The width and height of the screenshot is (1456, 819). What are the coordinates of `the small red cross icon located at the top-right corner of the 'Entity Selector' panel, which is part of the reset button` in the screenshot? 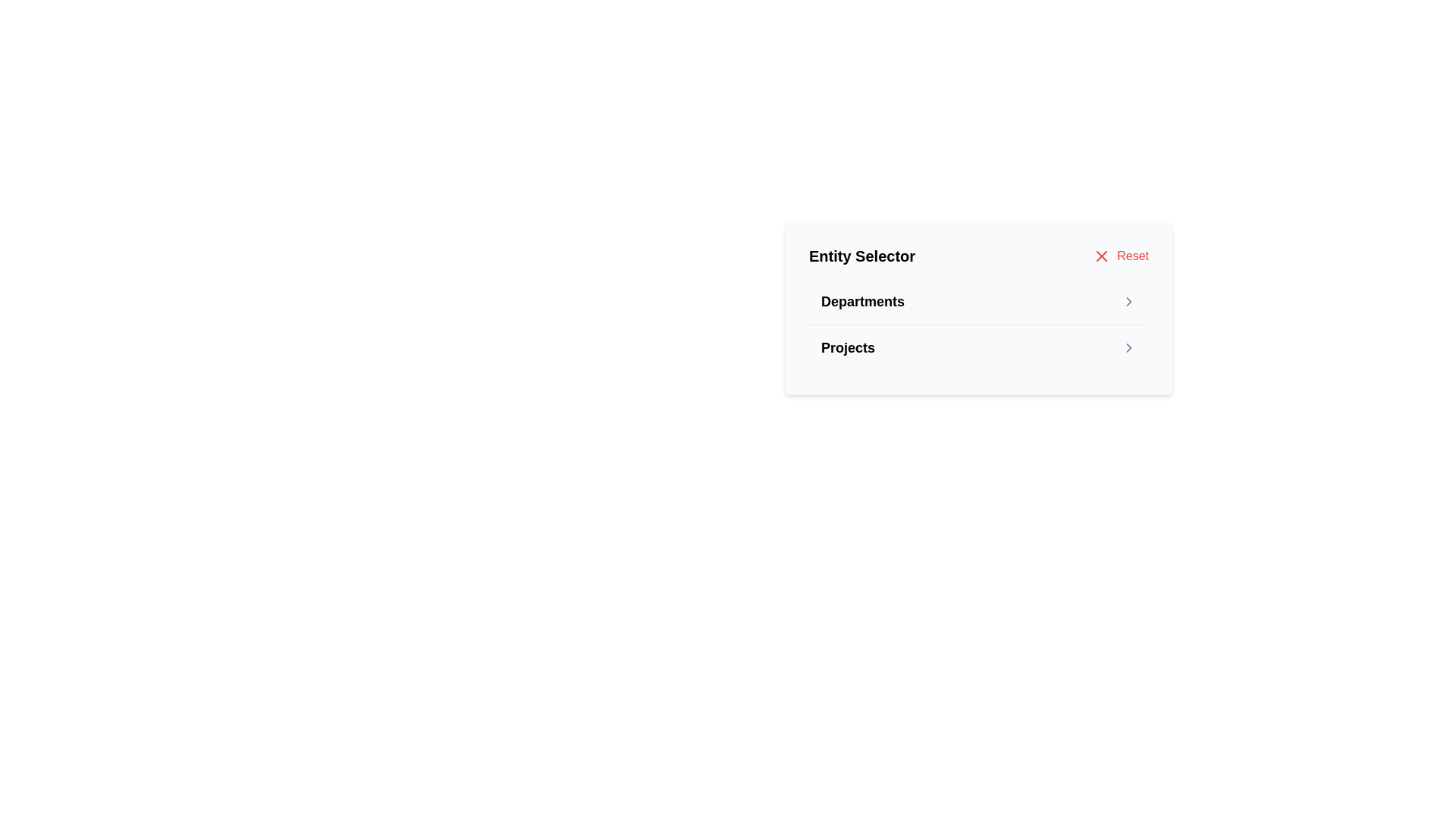 It's located at (1102, 256).